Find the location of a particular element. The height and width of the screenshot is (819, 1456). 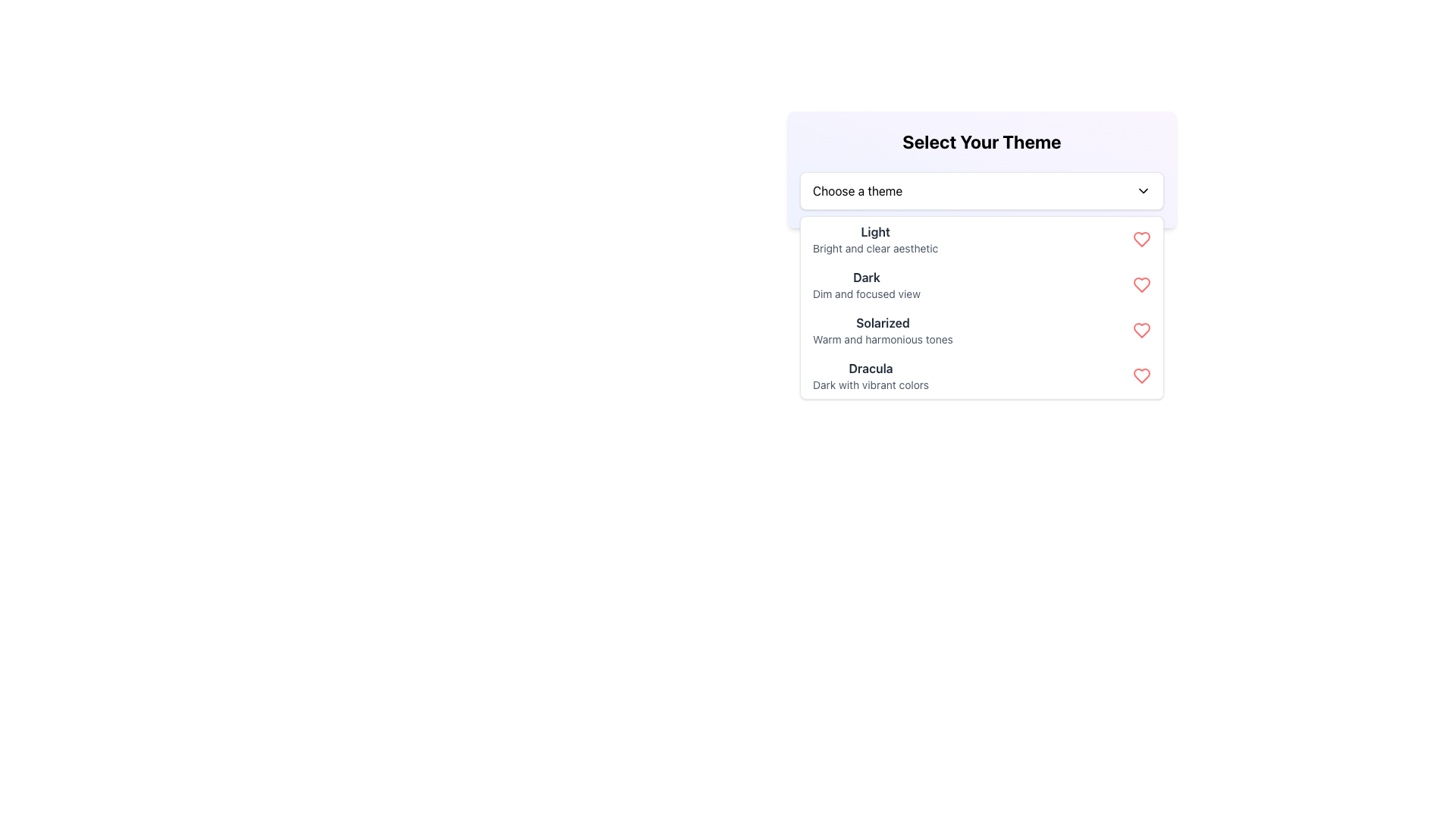

the text label indicating the current selection to highlight it is located at coordinates (858, 190).